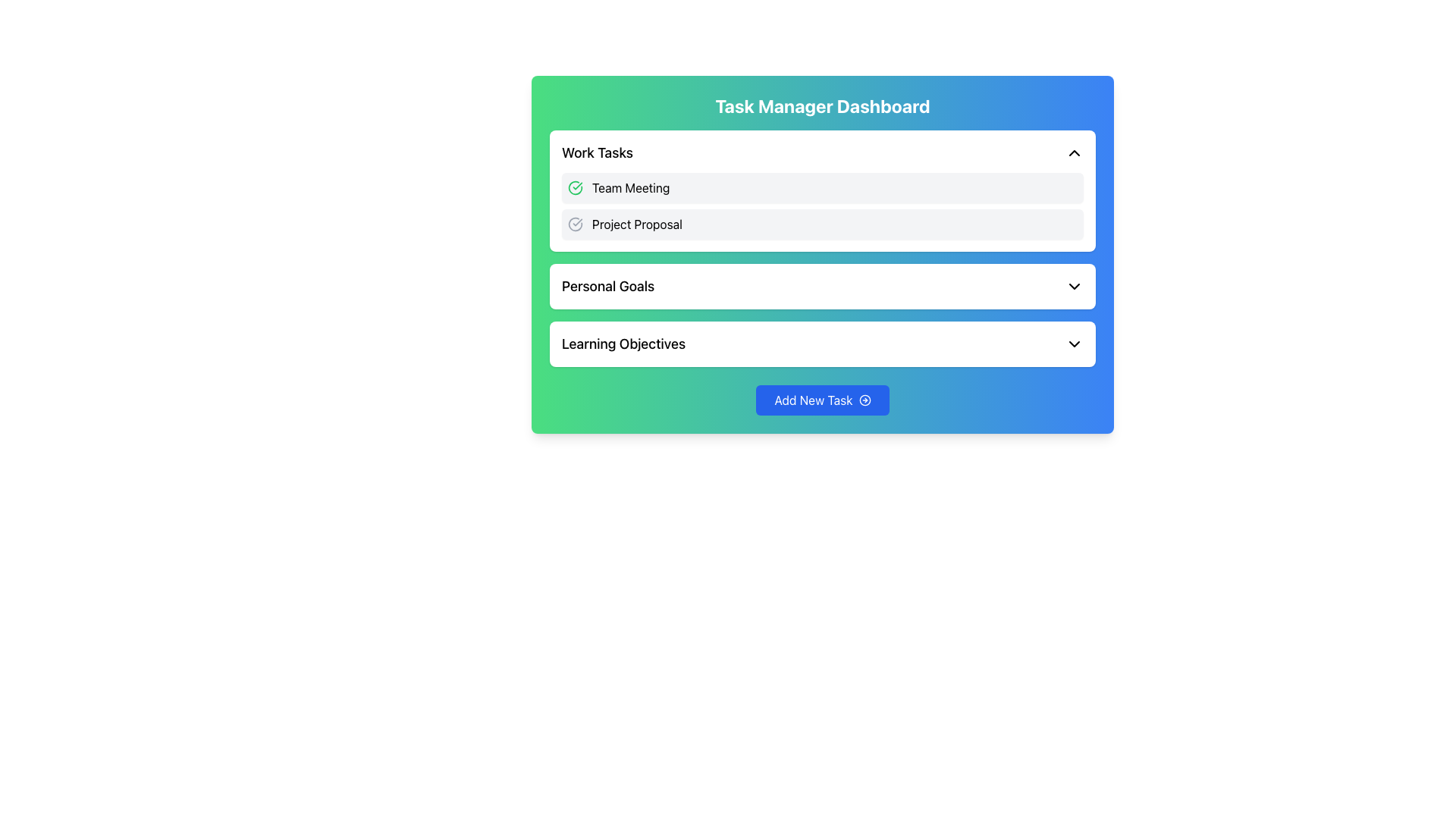 This screenshot has height=819, width=1456. Describe the element at coordinates (821, 105) in the screenshot. I see `text 'Task Manager Dashboard' displayed at the top of the application interface, which is a static header in bold white font on a gradient background` at that location.